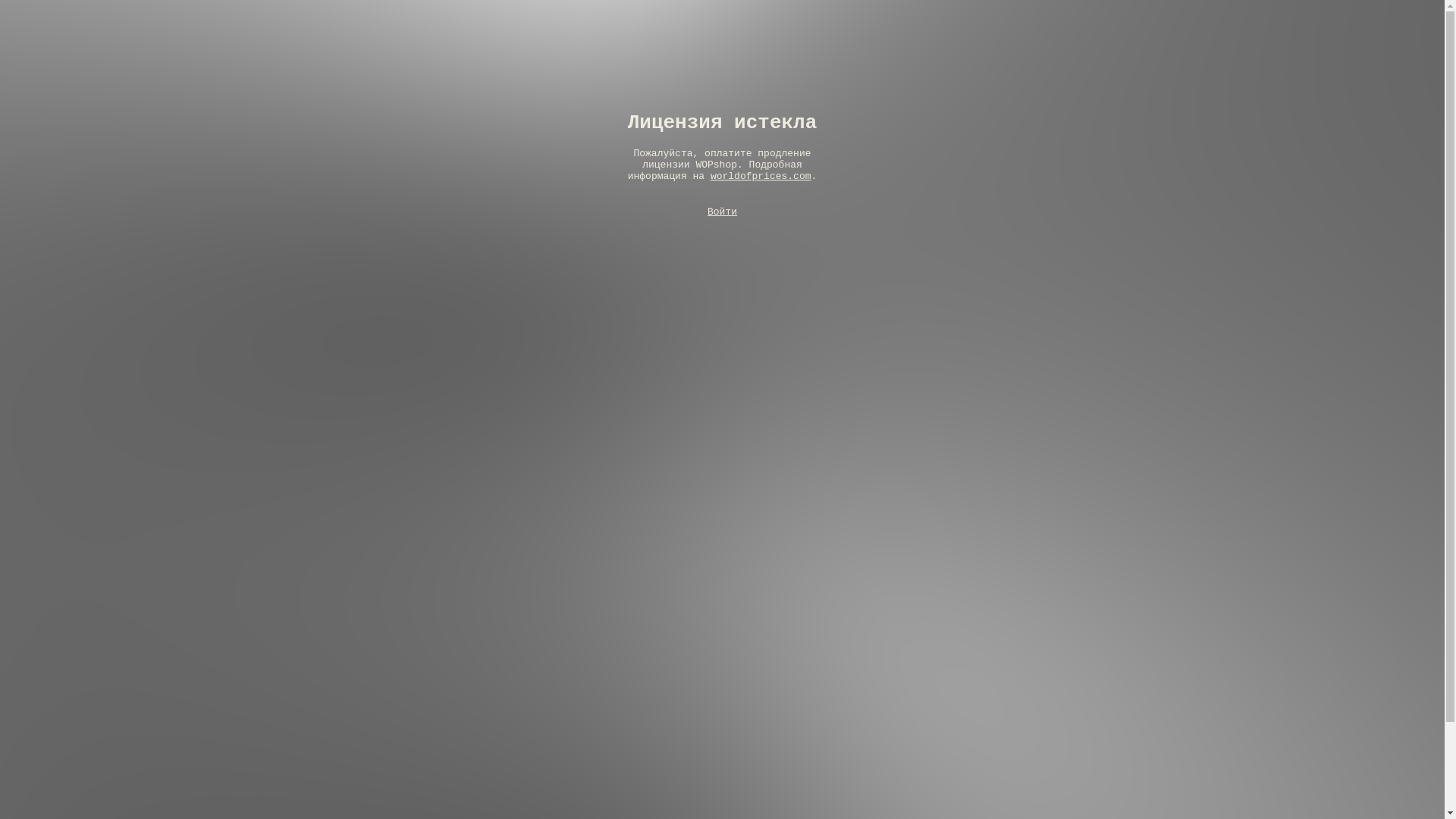 The image size is (1456, 819). I want to click on 'worldofprices.com', so click(761, 175).